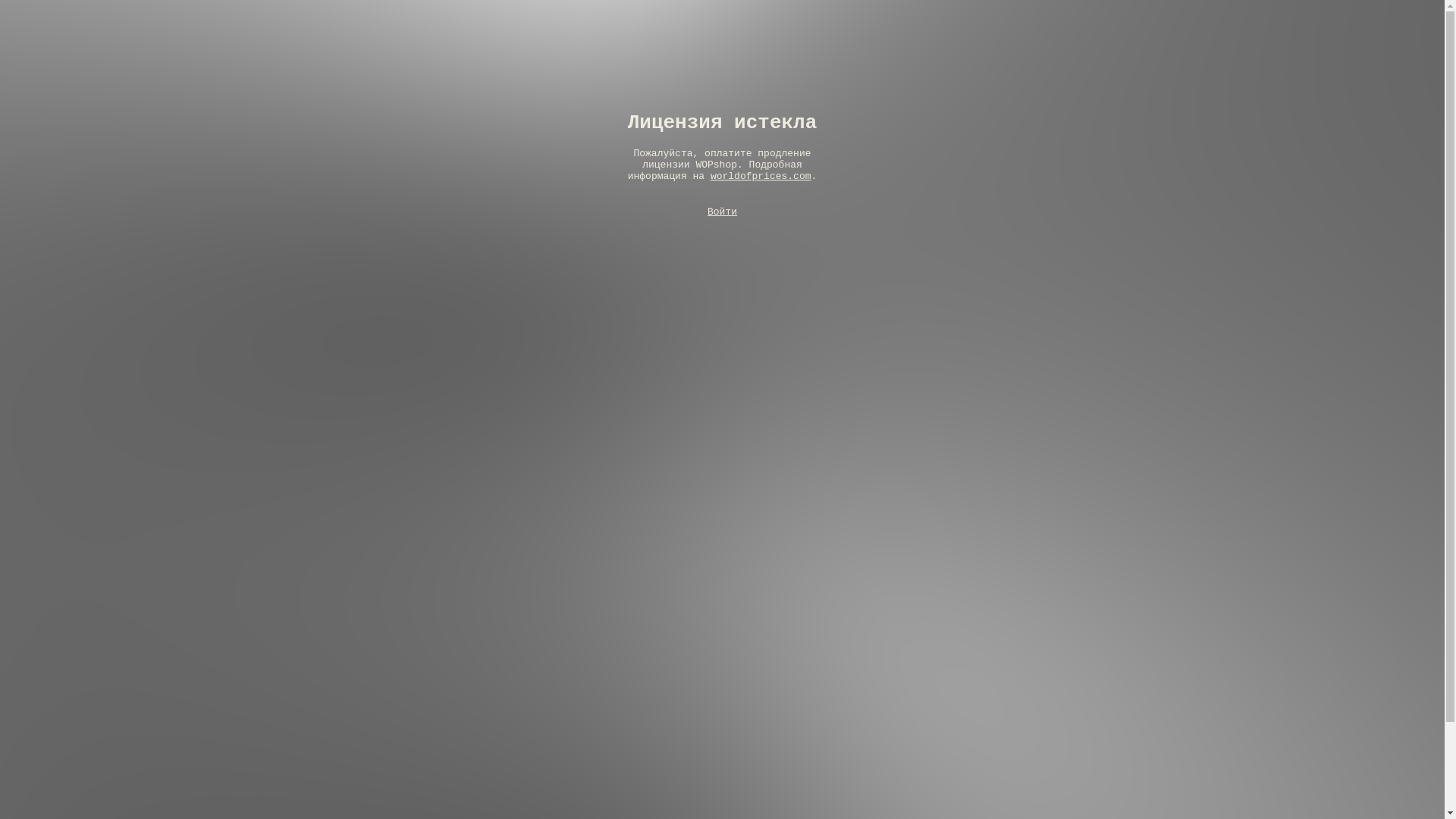 The image size is (1456, 819). I want to click on 'worldofprices.com', so click(761, 175).